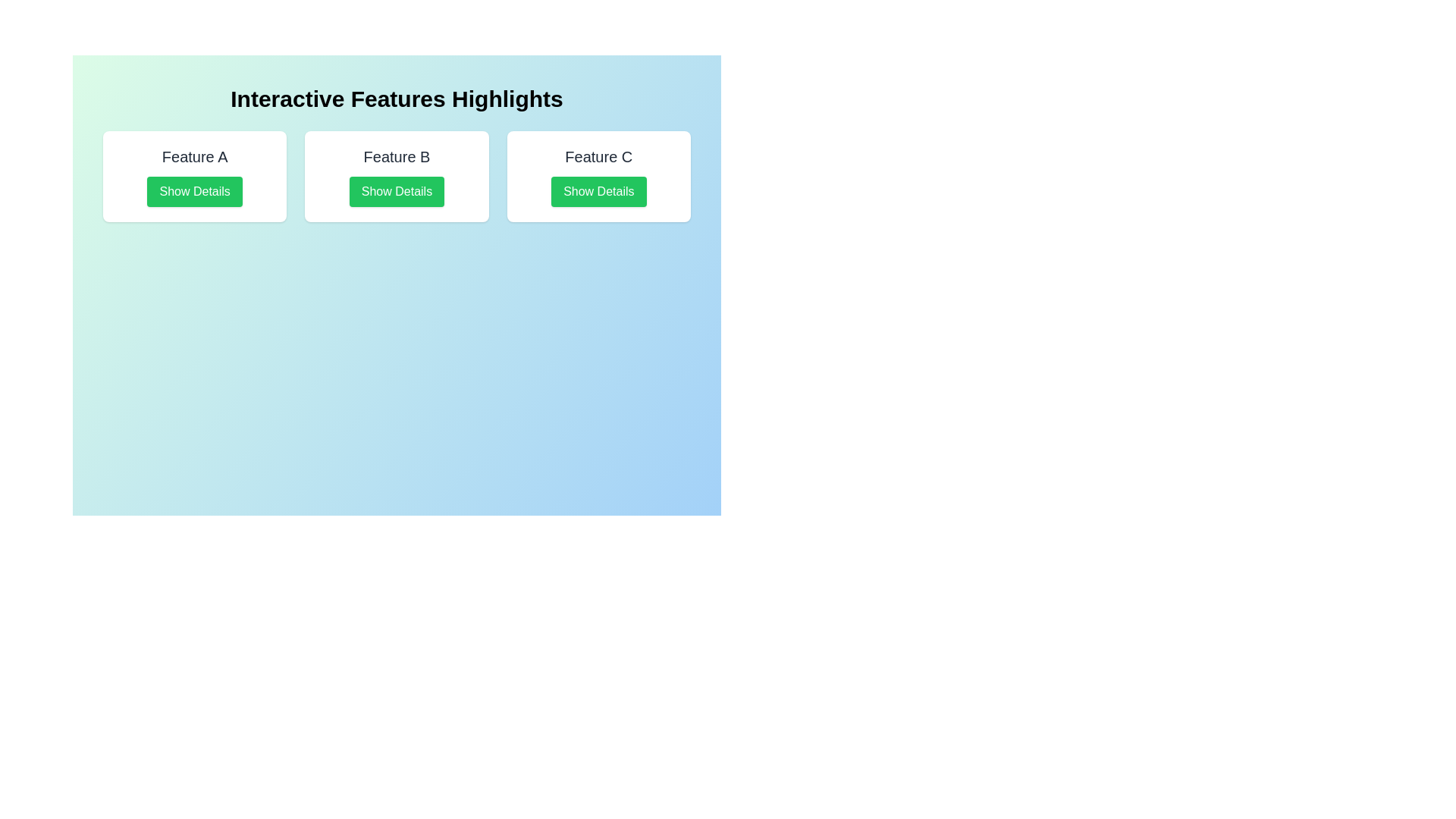 The image size is (1456, 819). Describe the element at coordinates (397, 175) in the screenshot. I see `the button in the informational block about 'Feature B' to load more information` at that location.